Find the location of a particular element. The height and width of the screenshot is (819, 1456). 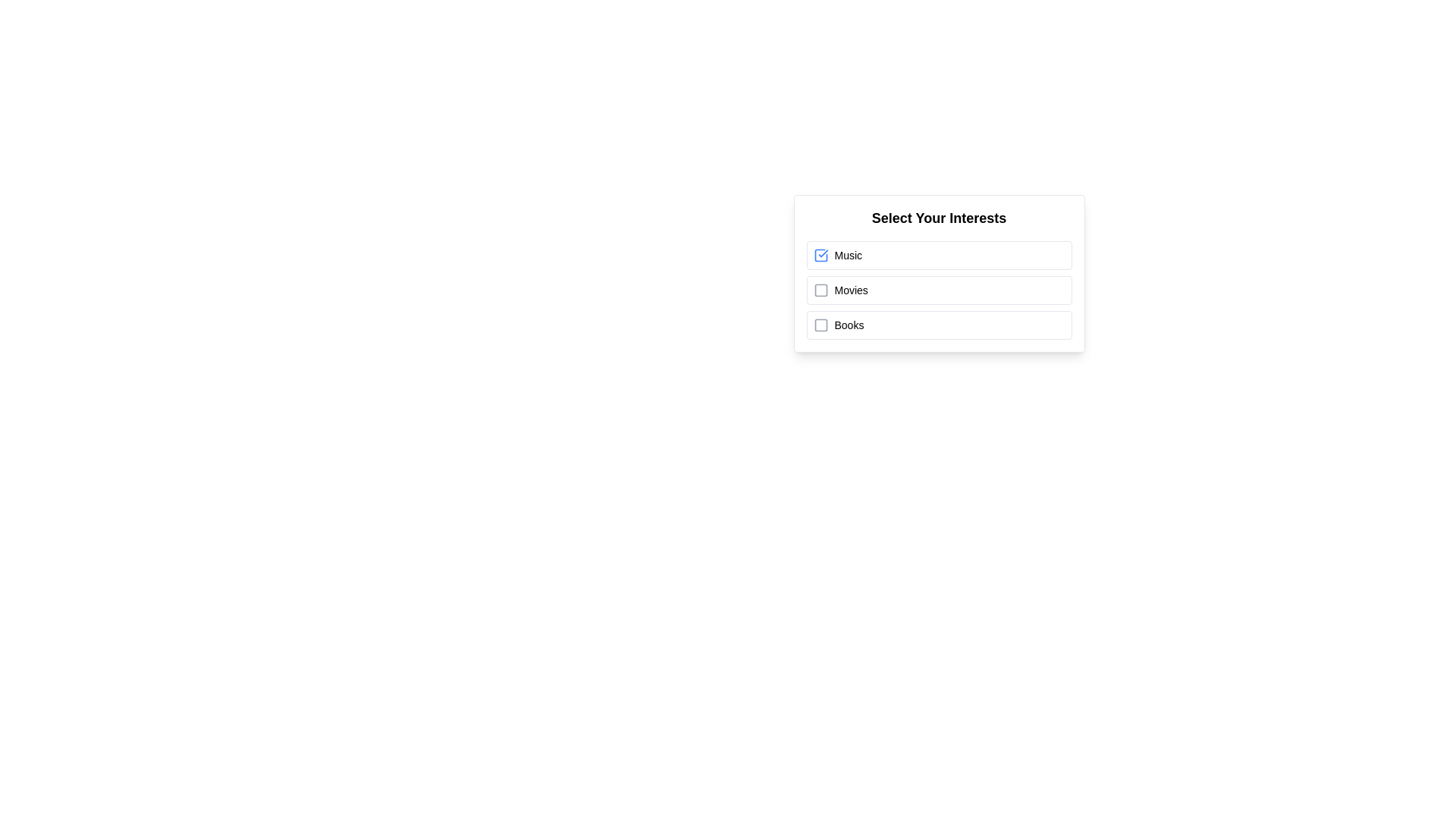

the 'Books' label in the third selectable item of the interests list, which is located to the right of the checkbox icon is located at coordinates (848, 324).